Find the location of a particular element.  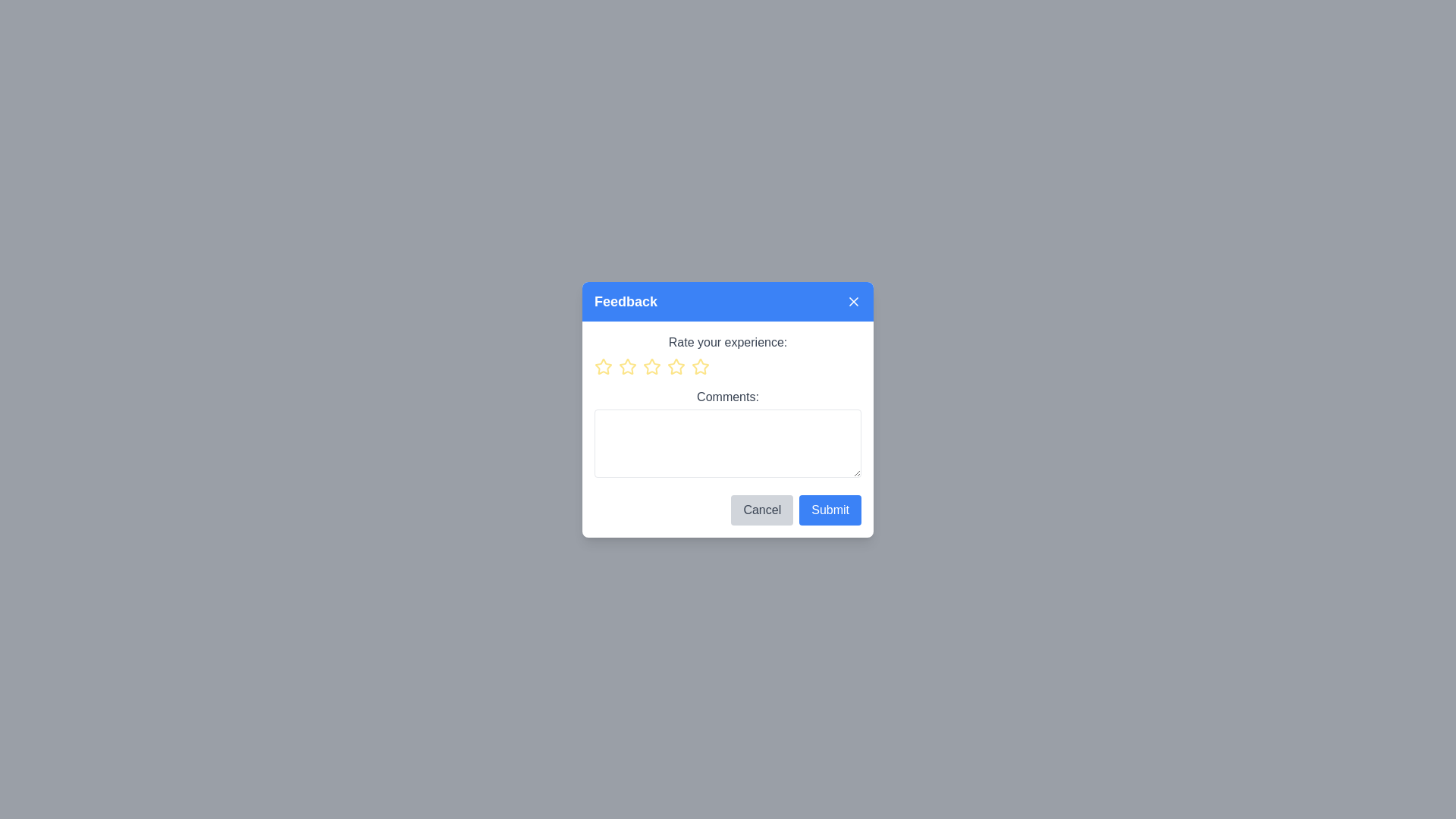

the second star-shaped icon in the feedback dialog box labeled 'Rate your experience' is located at coordinates (628, 366).